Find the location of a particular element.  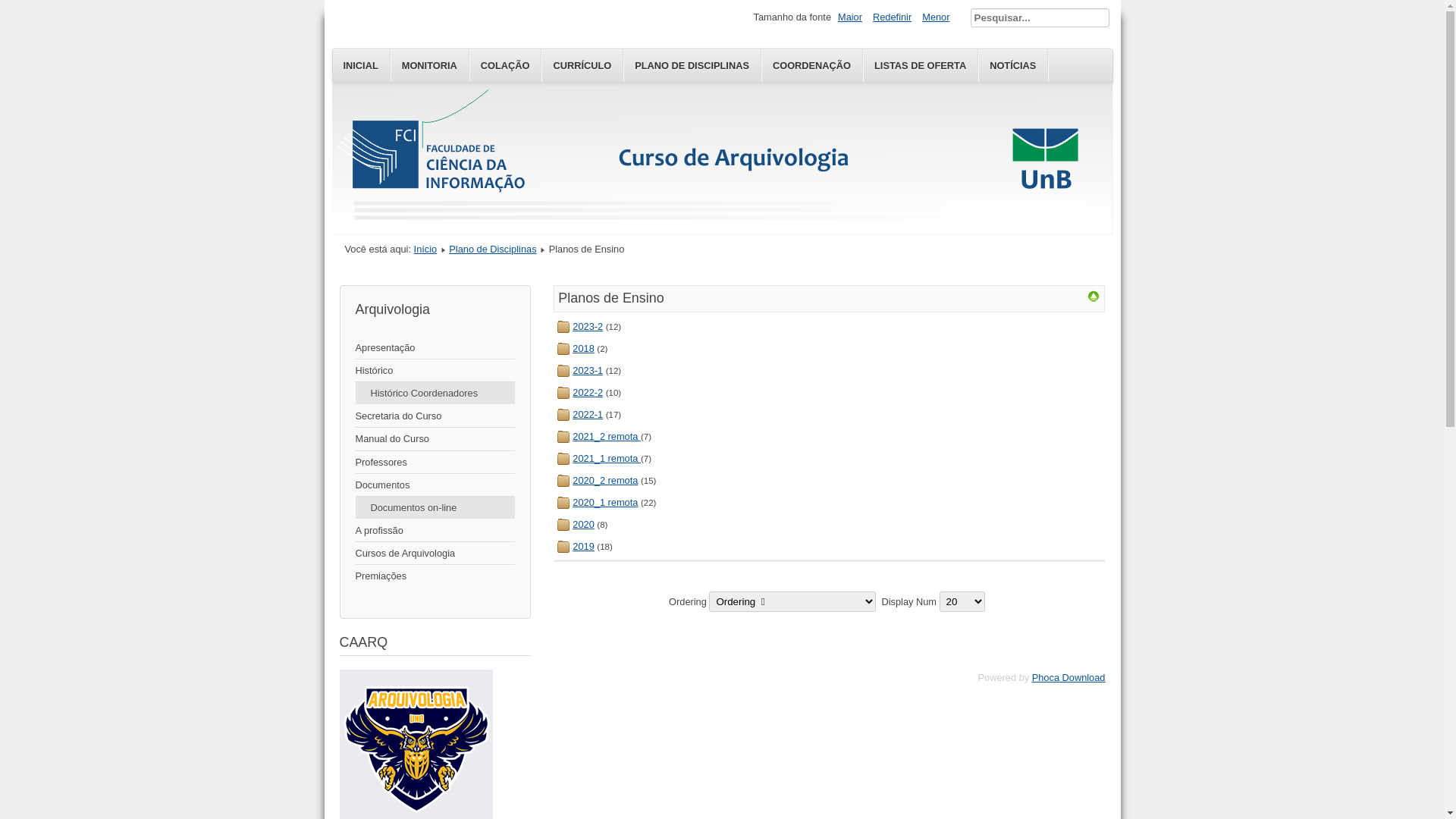

'2022-1' is located at coordinates (586, 414).